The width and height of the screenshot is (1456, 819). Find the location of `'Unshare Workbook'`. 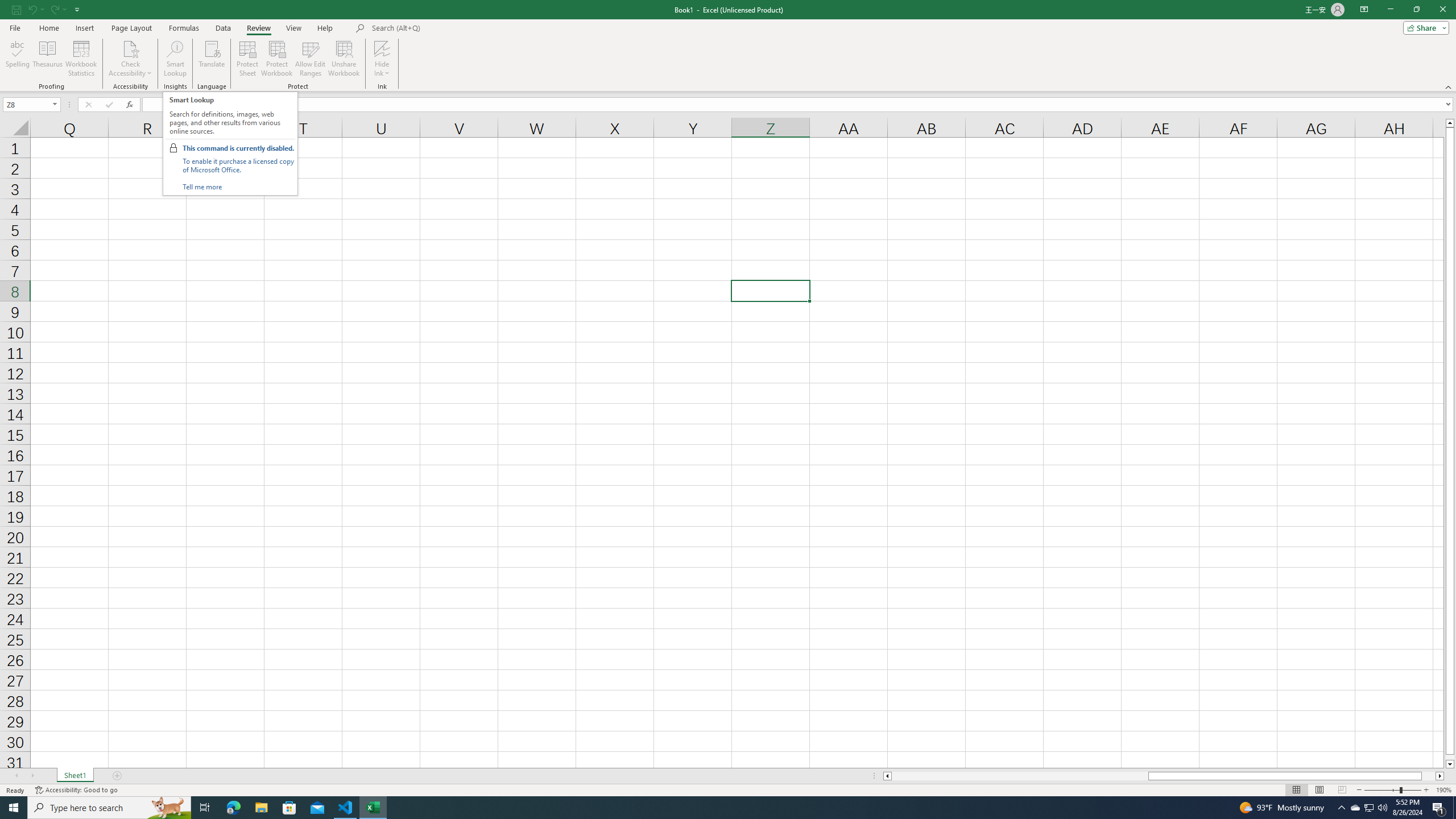

'Unshare Workbook' is located at coordinates (344, 59).